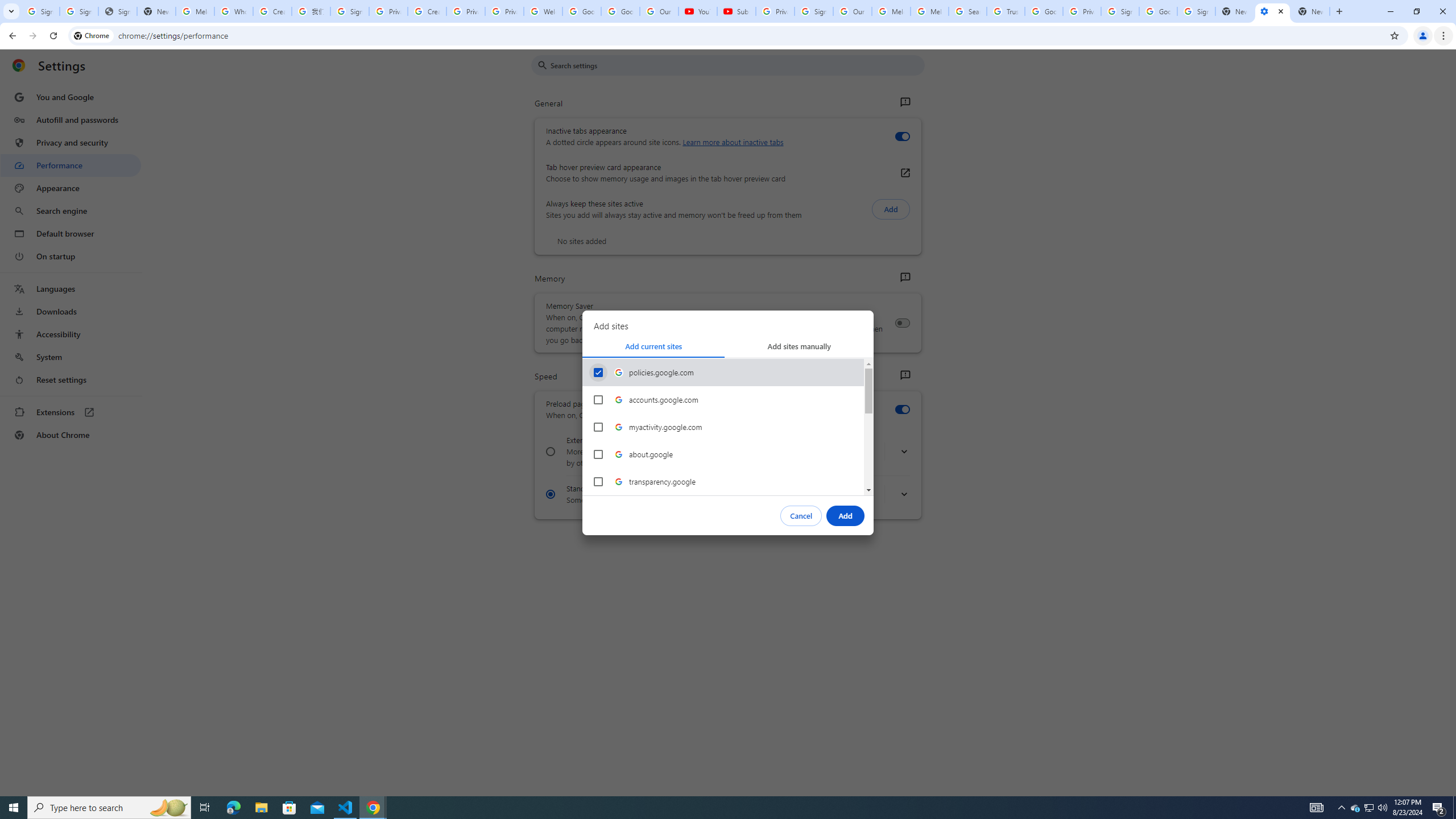 The height and width of the screenshot is (819, 1456). Describe the element at coordinates (737, 11) in the screenshot. I see `'Subscriptions - YouTube'` at that location.